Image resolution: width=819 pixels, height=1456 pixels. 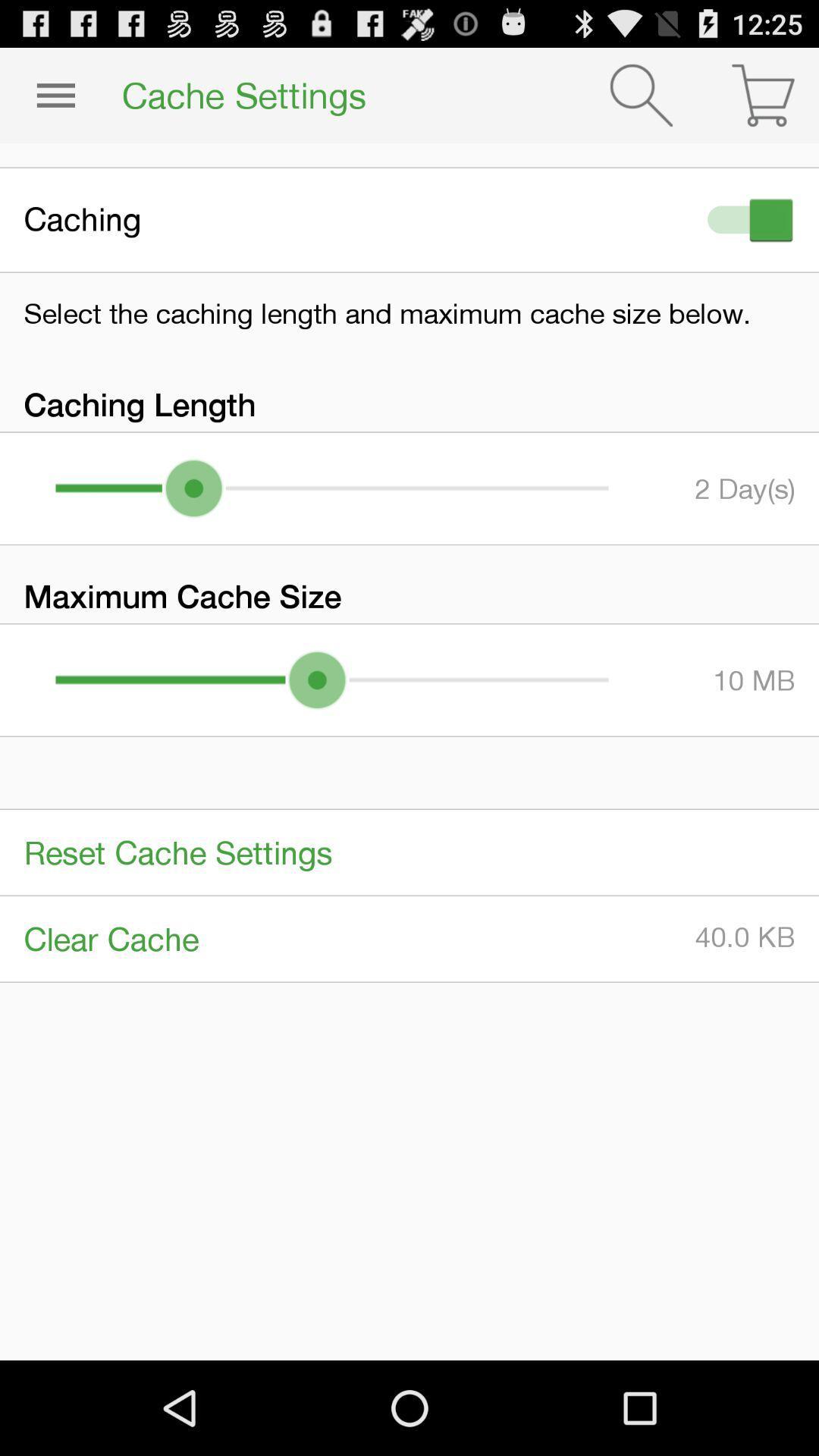 I want to click on icon next to the caching item, so click(x=746, y=219).